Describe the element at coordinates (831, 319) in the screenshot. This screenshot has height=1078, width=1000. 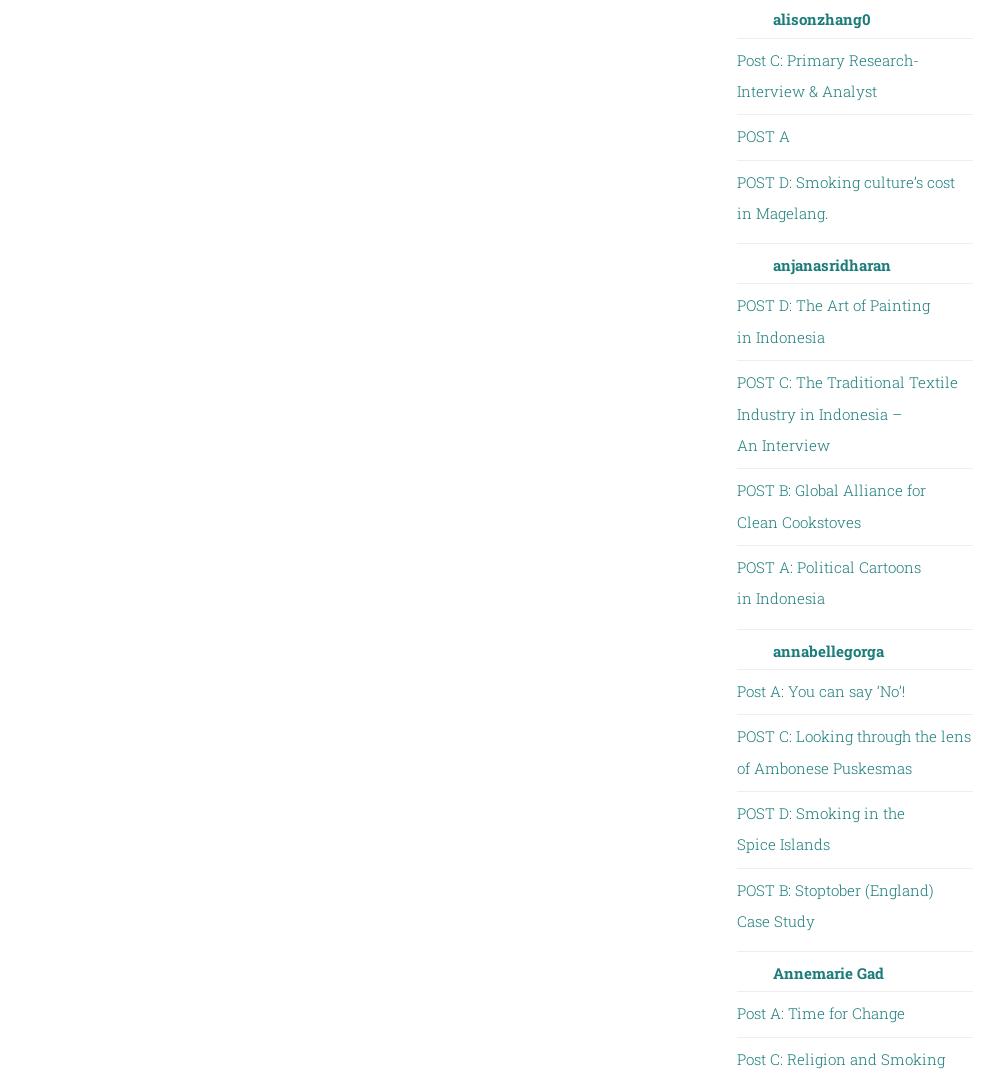
I see `'POST D: The Art of Painting in Indonesia'` at that location.